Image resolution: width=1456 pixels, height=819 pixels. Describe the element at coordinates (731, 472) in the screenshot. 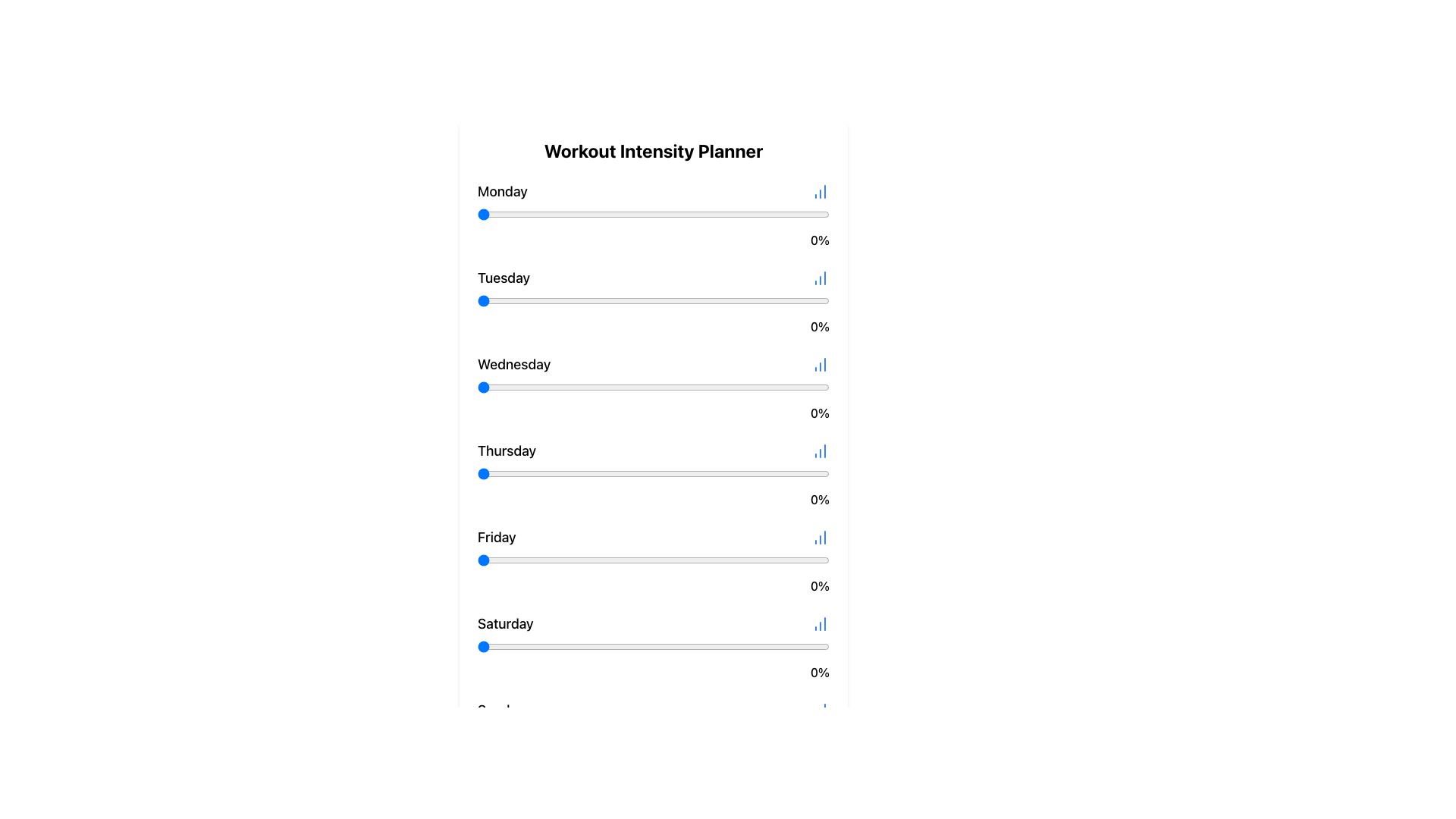

I see `the 'Thursday' slider` at that location.